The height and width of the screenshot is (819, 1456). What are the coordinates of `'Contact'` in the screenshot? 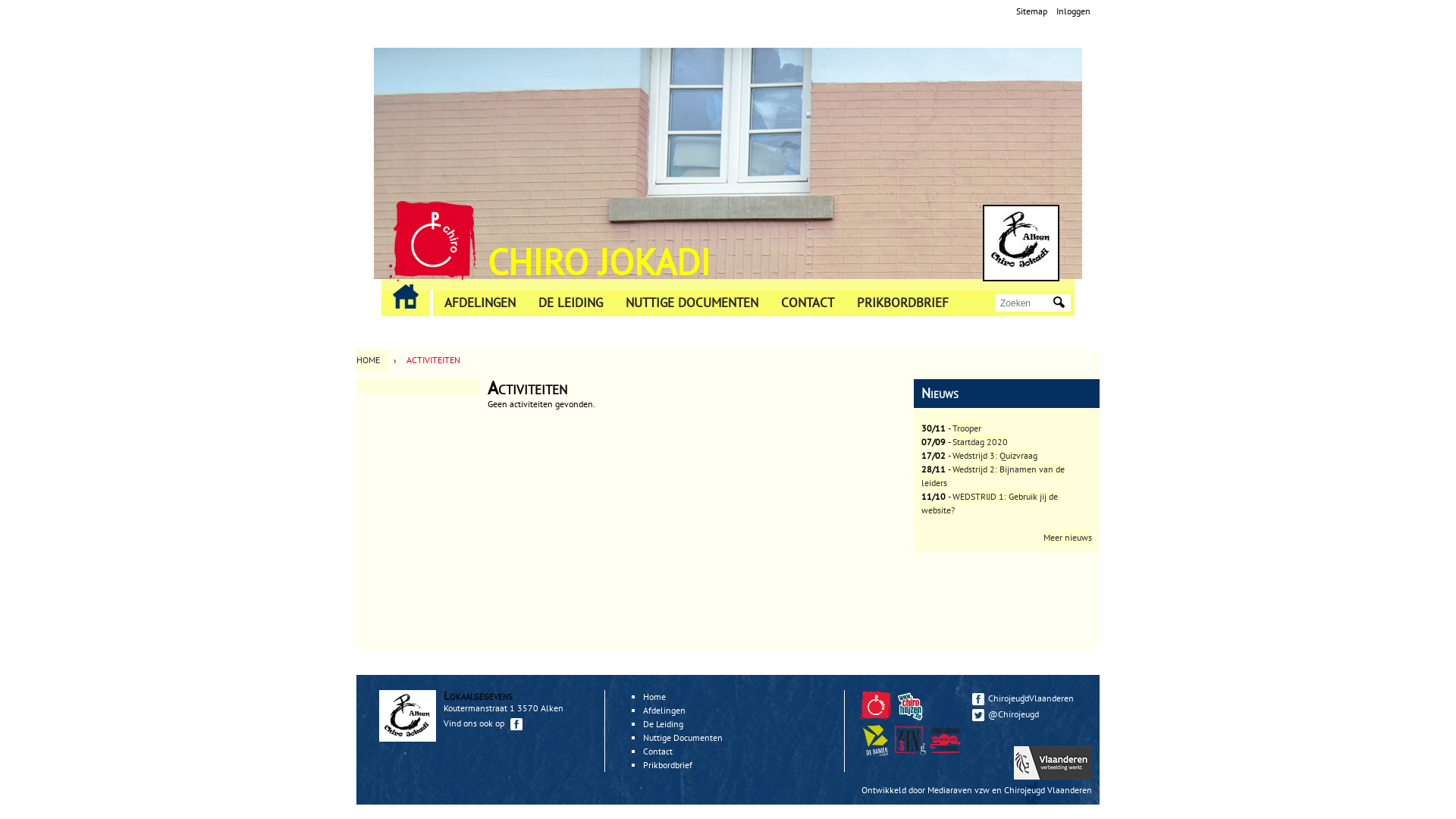 It's located at (657, 751).